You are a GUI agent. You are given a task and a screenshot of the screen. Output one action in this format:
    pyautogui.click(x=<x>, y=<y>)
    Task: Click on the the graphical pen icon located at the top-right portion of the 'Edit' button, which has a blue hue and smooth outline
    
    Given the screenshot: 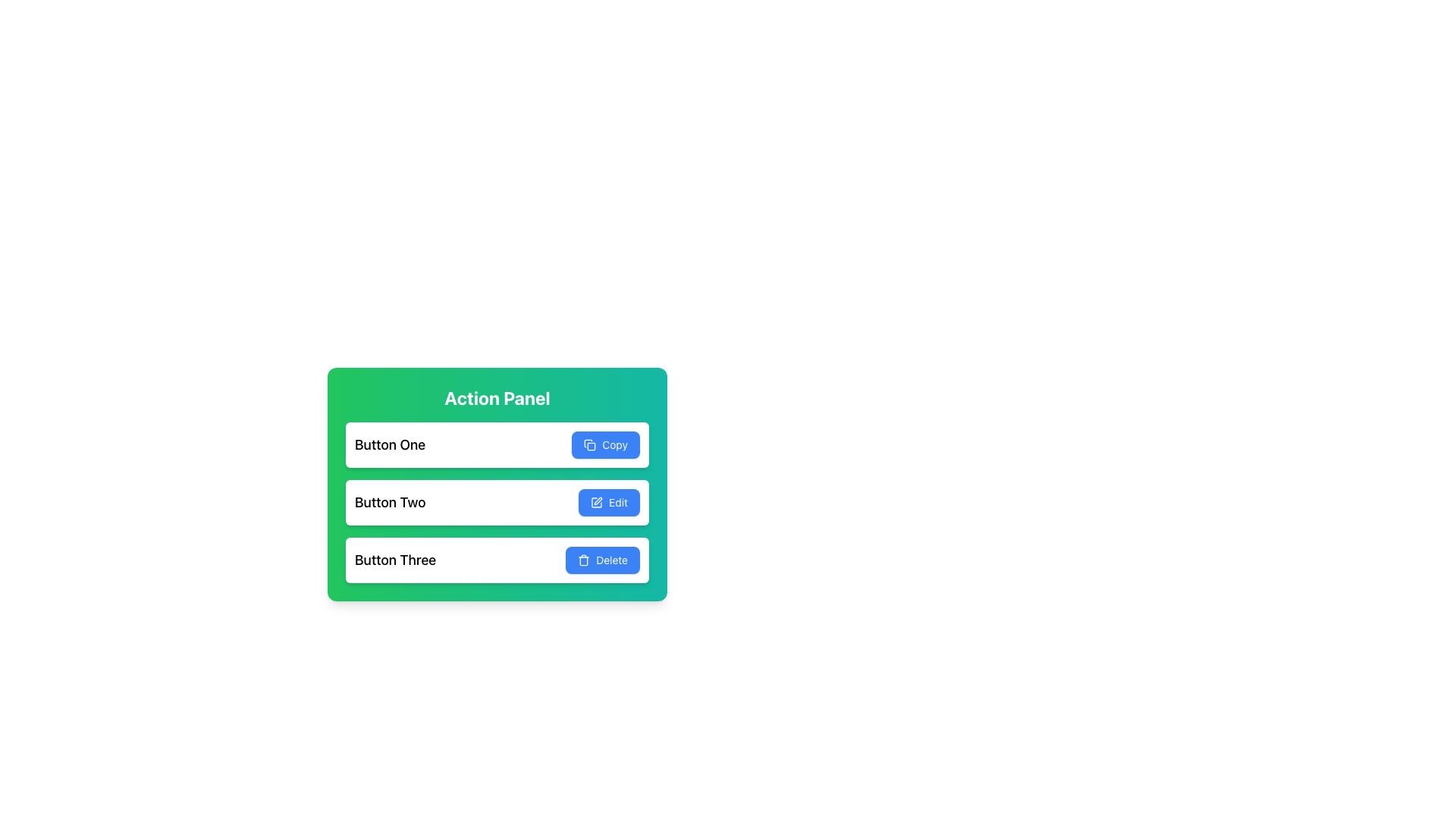 What is the action you would take?
    pyautogui.click(x=598, y=500)
    